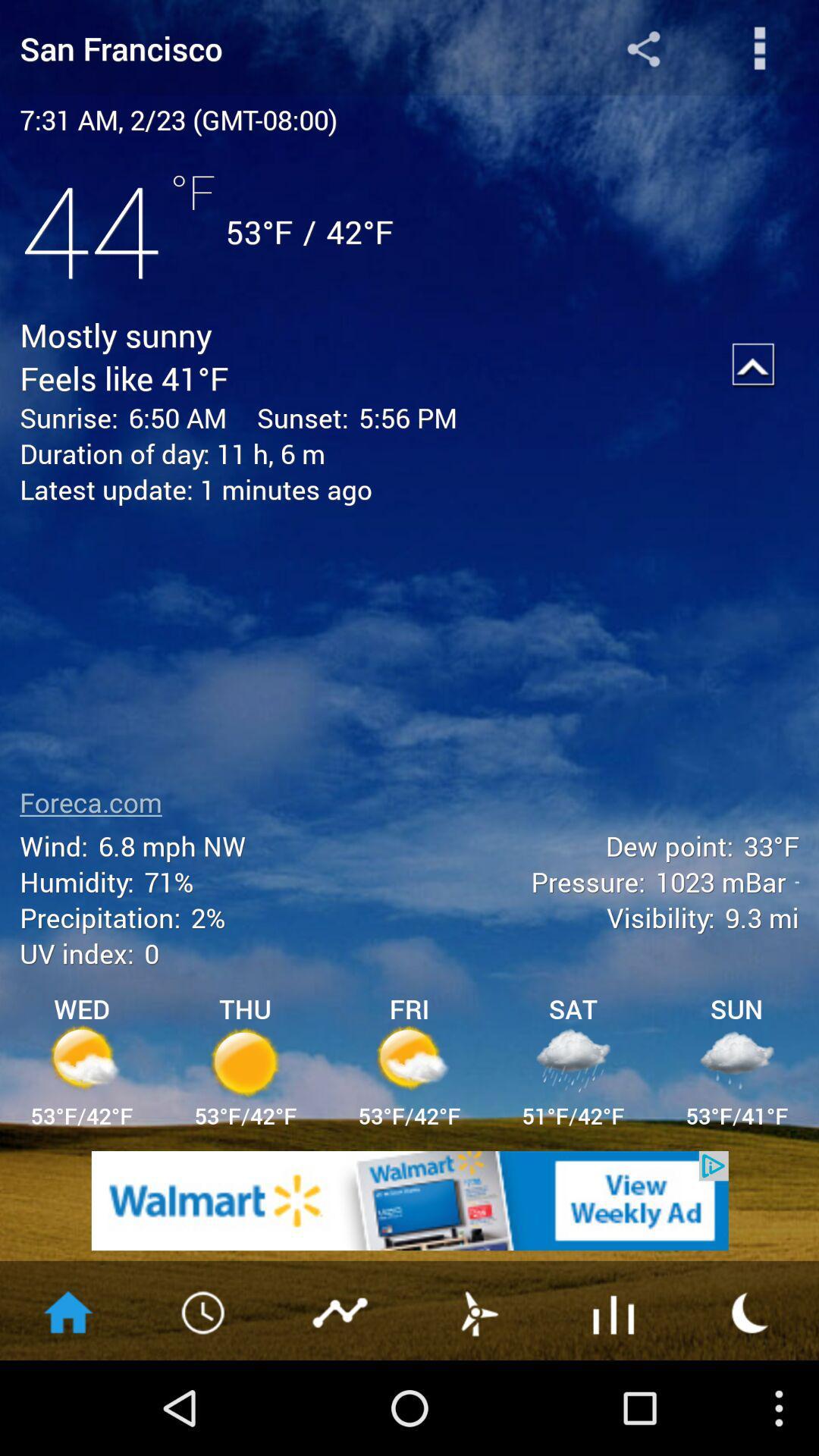 Image resolution: width=819 pixels, height=1456 pixels. I want to click on the more icon, so click(760, 52).